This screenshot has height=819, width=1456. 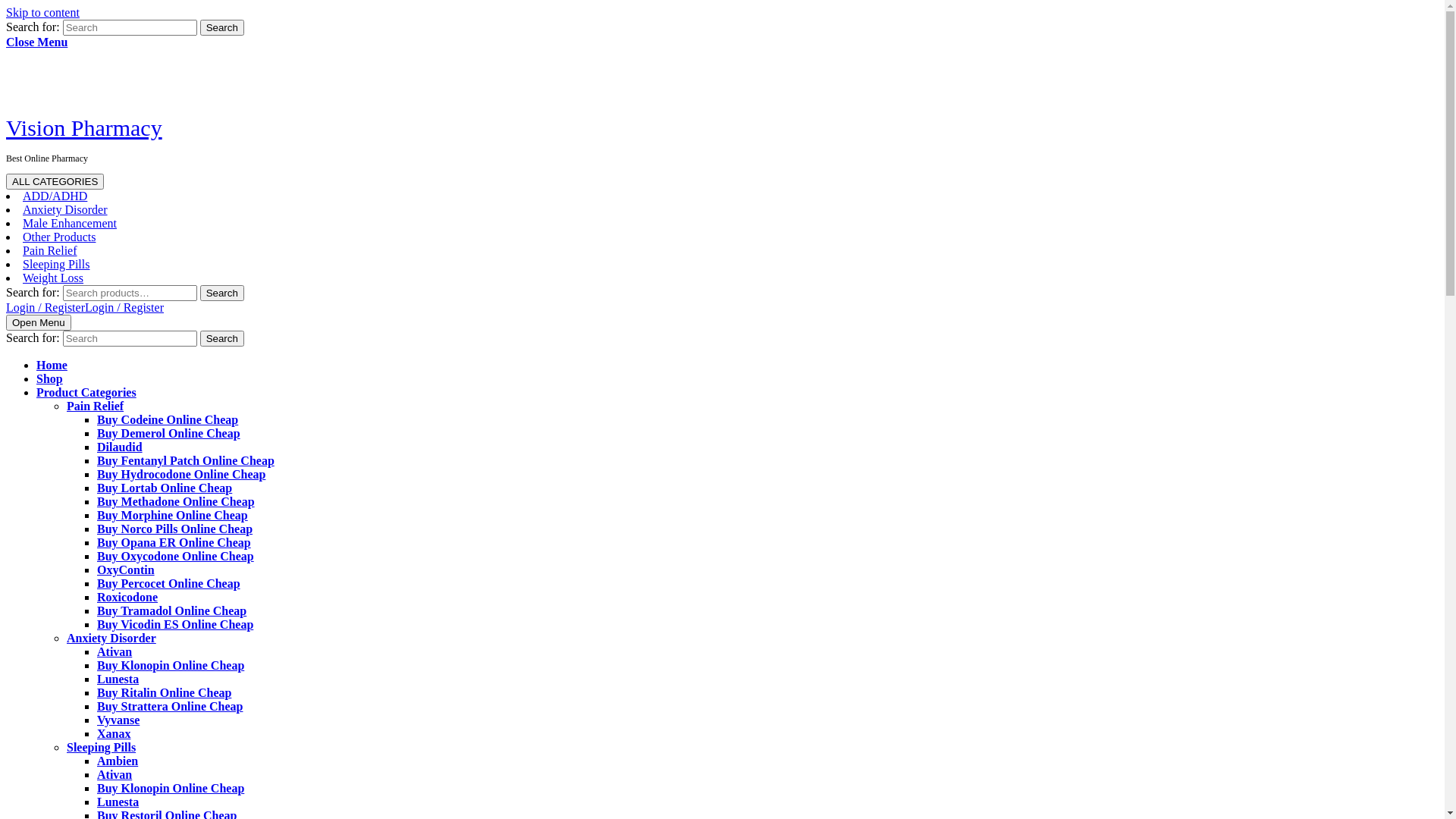 What do you see at coordinates (52, 365) in the screenshot?
I see `'Home'` at bounding box center [52, 365].